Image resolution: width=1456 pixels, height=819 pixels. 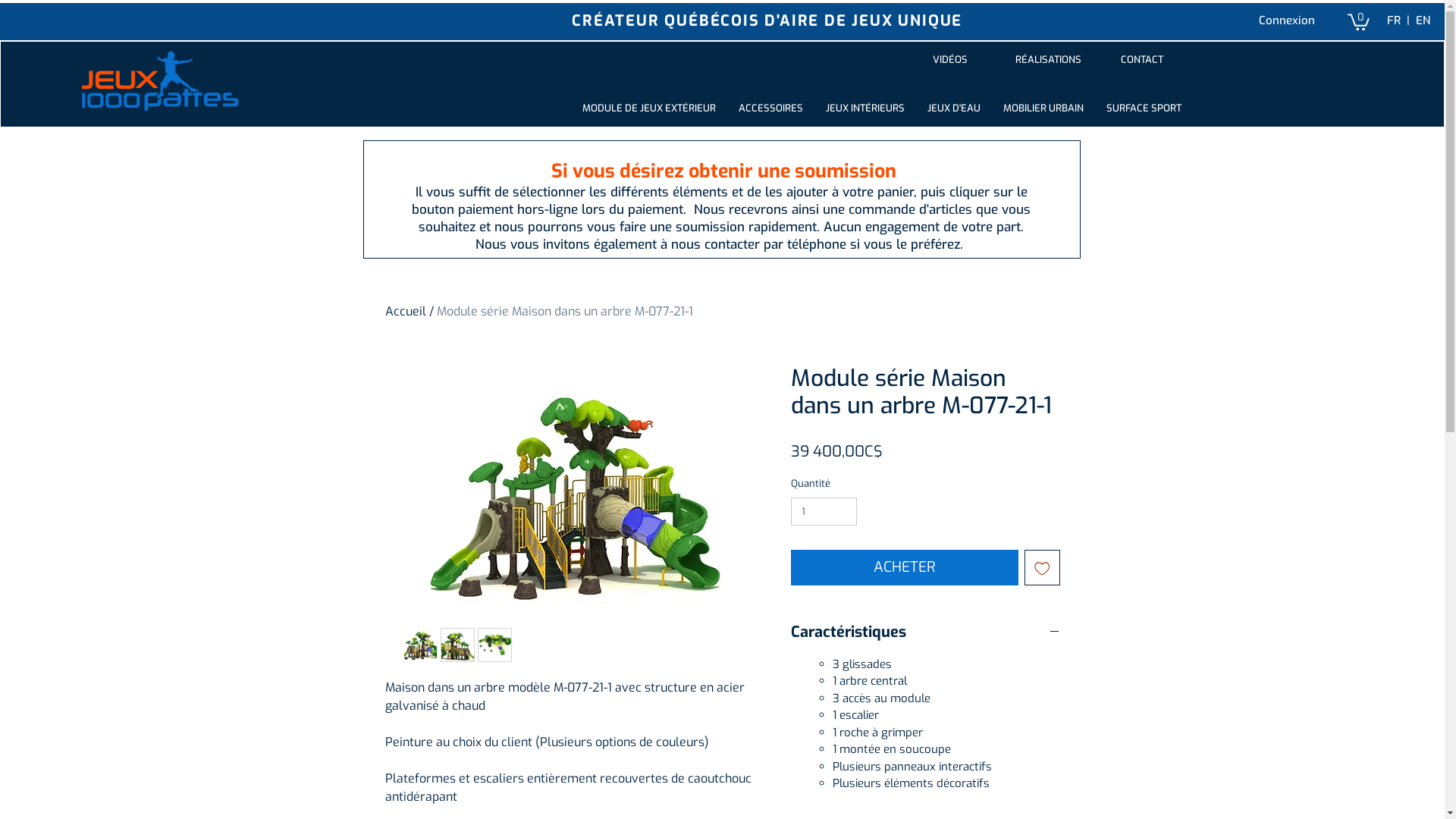 What do you see at coordinates (952, 107) in the screenshot?
I see `'JEUX D'EAU'` at bounding box center [952, 107].